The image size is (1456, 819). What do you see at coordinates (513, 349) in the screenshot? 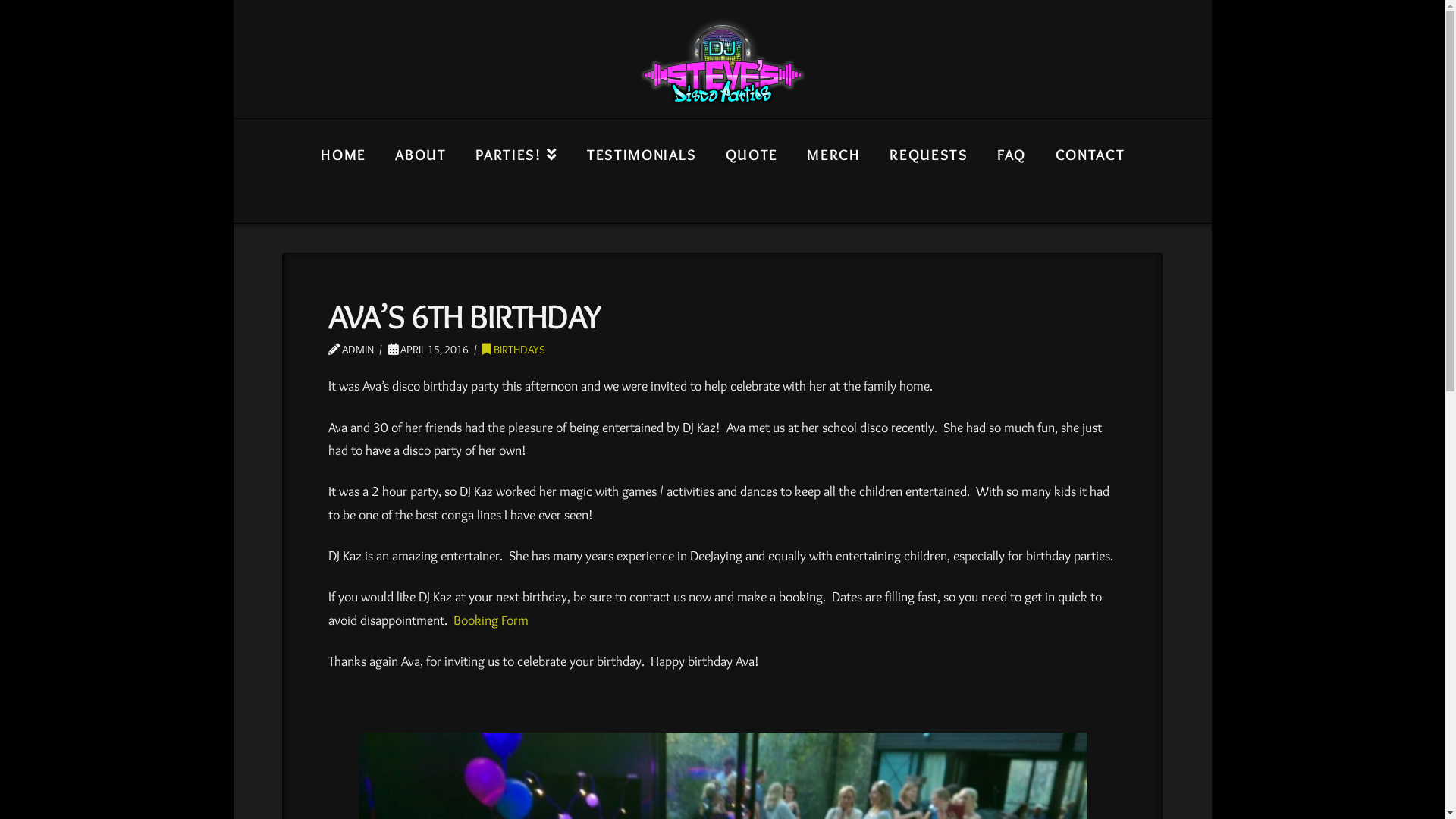
I see `'BIRTHDAYS'` at bounding box center [513, 349].